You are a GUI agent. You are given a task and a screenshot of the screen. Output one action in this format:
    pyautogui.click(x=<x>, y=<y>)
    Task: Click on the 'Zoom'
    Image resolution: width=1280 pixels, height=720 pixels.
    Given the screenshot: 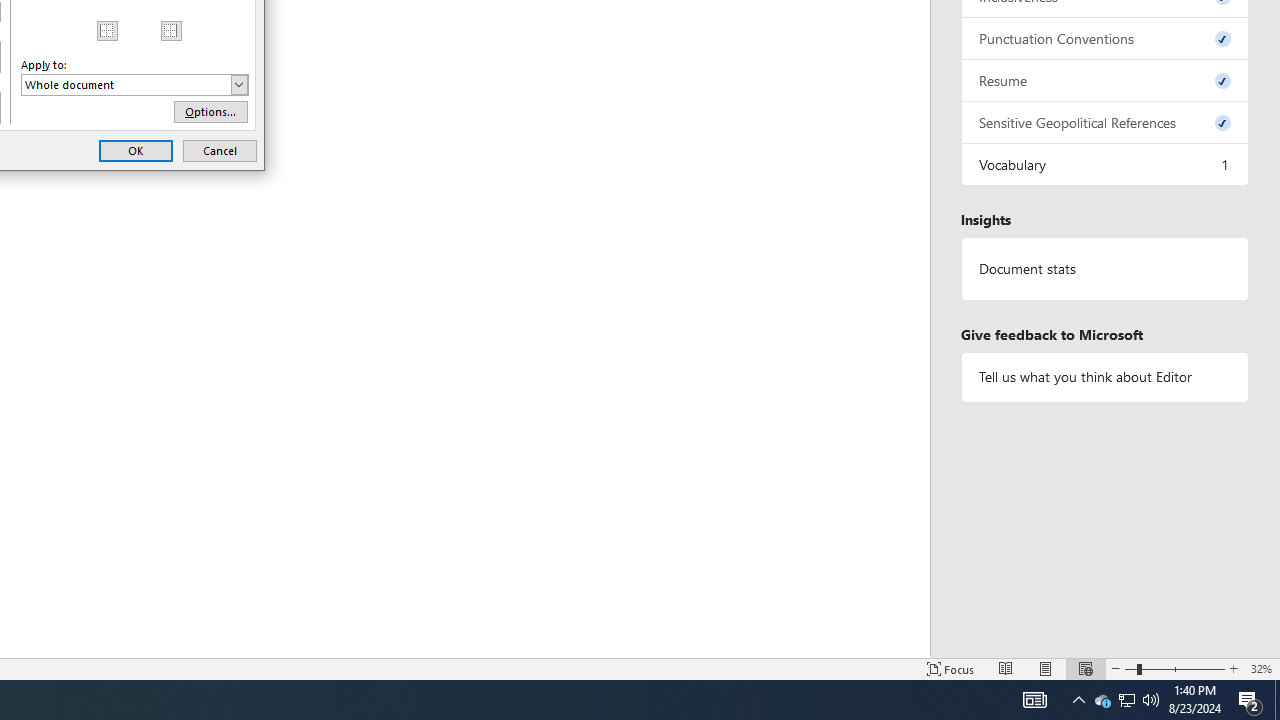 What is the action you would take?
    pyautogui.click(x=1175, y=669)
    